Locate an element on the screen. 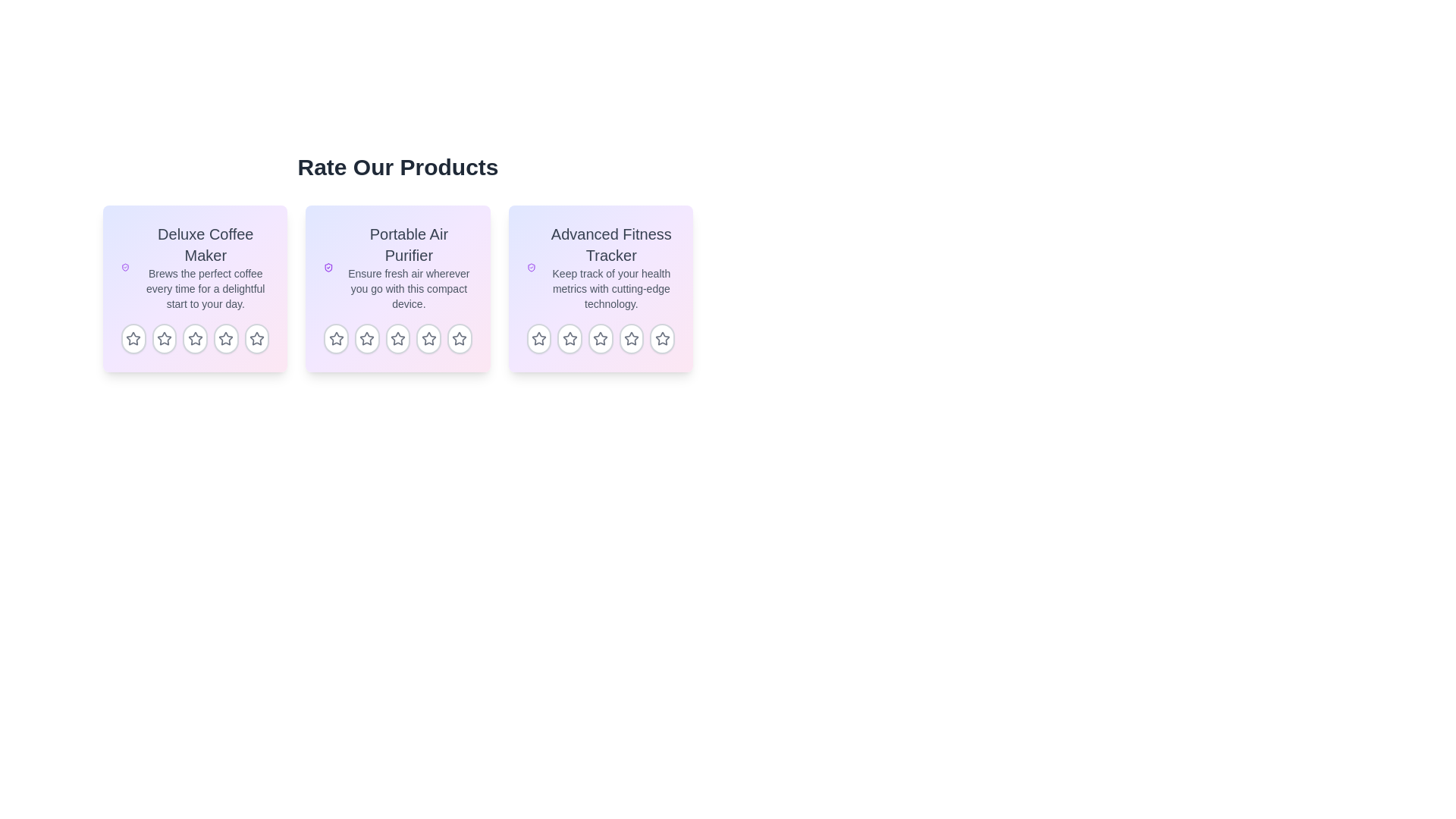  keyboard navigation is located at coordinates (600, 267).